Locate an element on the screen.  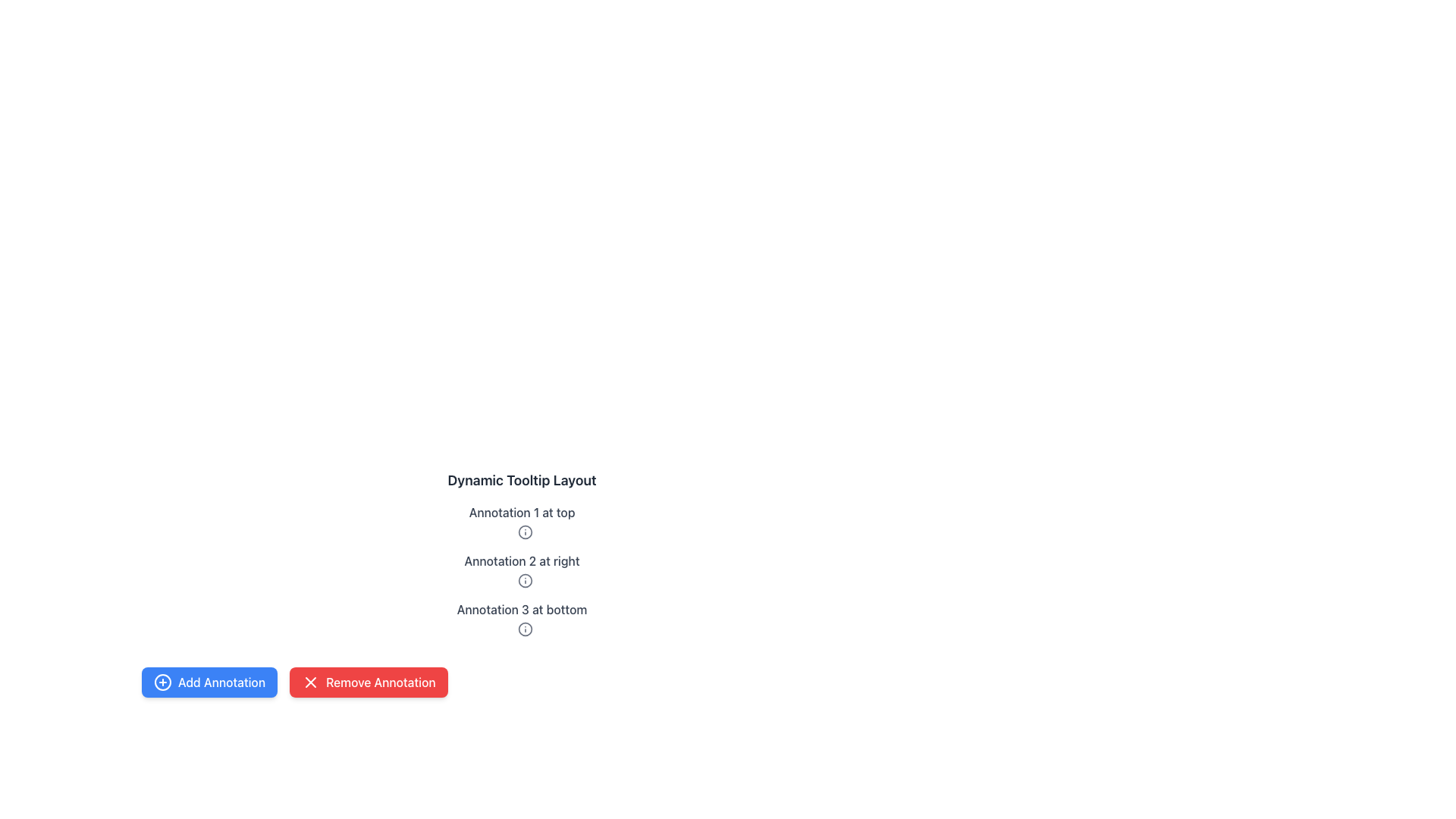
the Tooltip-enabled info icon associated with the text label 'Annotation 2 at right' is located at coordinates (522, 570).